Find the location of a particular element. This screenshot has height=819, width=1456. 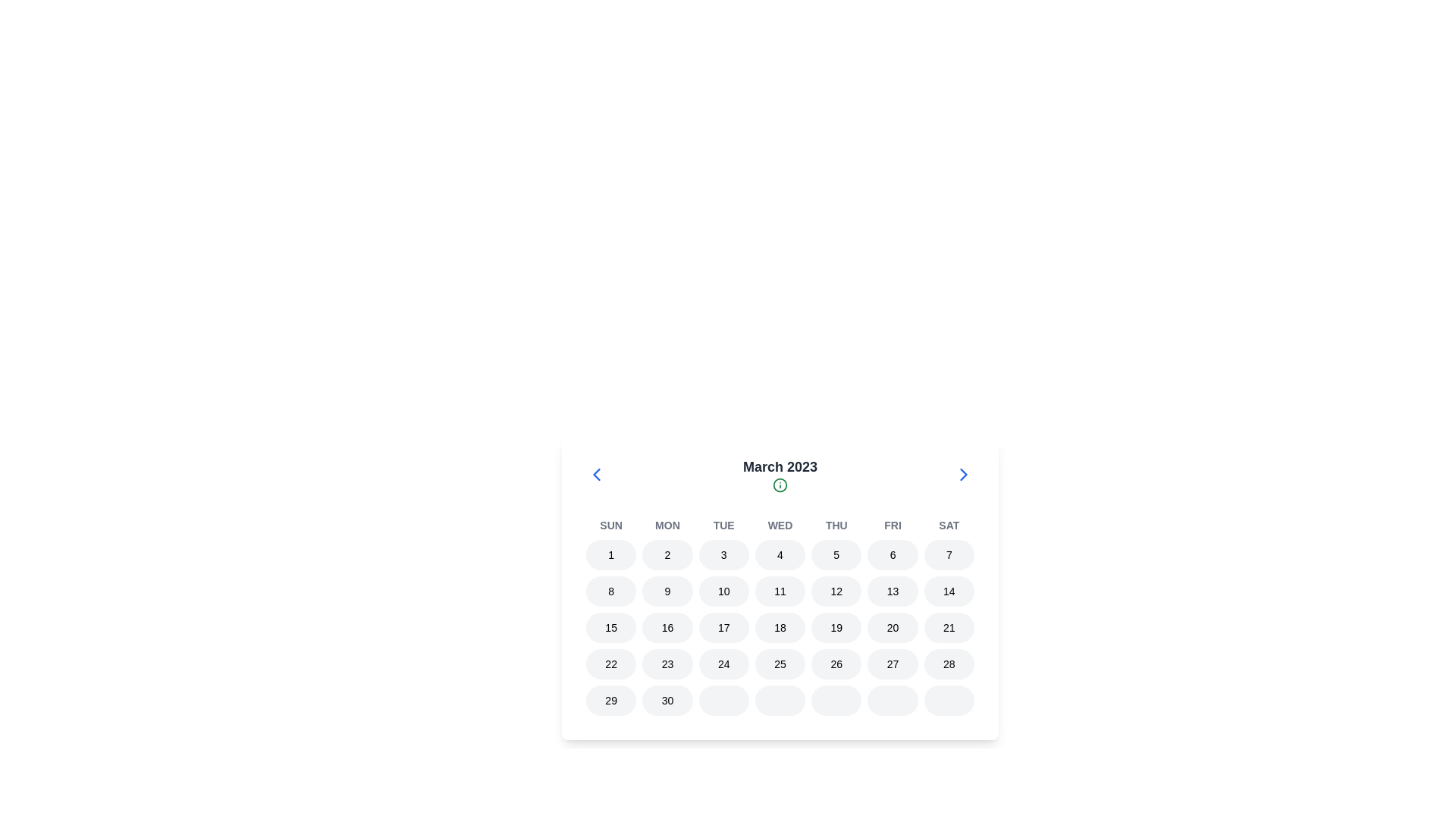

the circular button labeled '3' in the calendar grid under 'TUE' is located at coordinates (723, 555).